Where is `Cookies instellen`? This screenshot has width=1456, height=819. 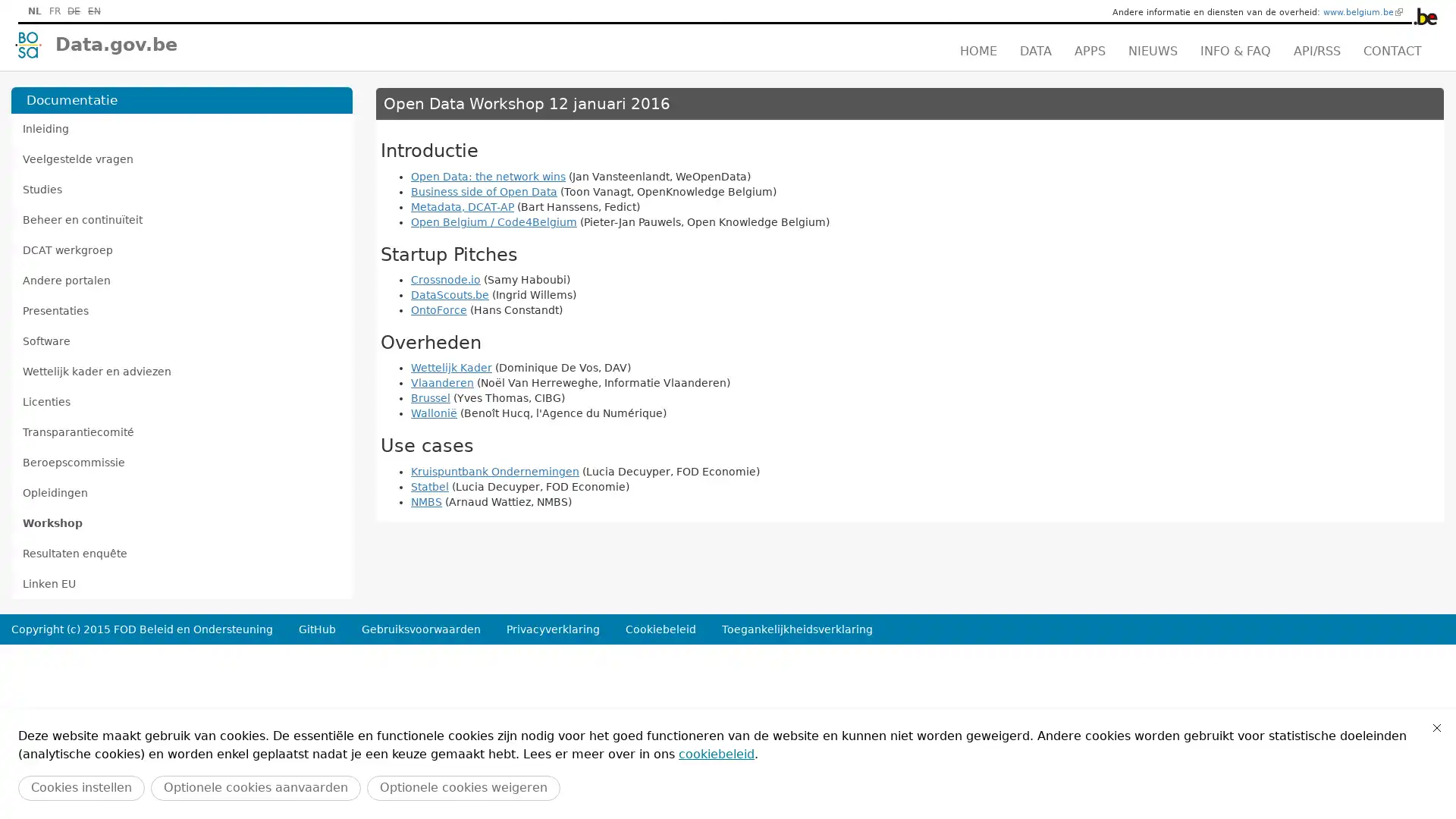 Cookies instellen is located at coordinates (80, 787).